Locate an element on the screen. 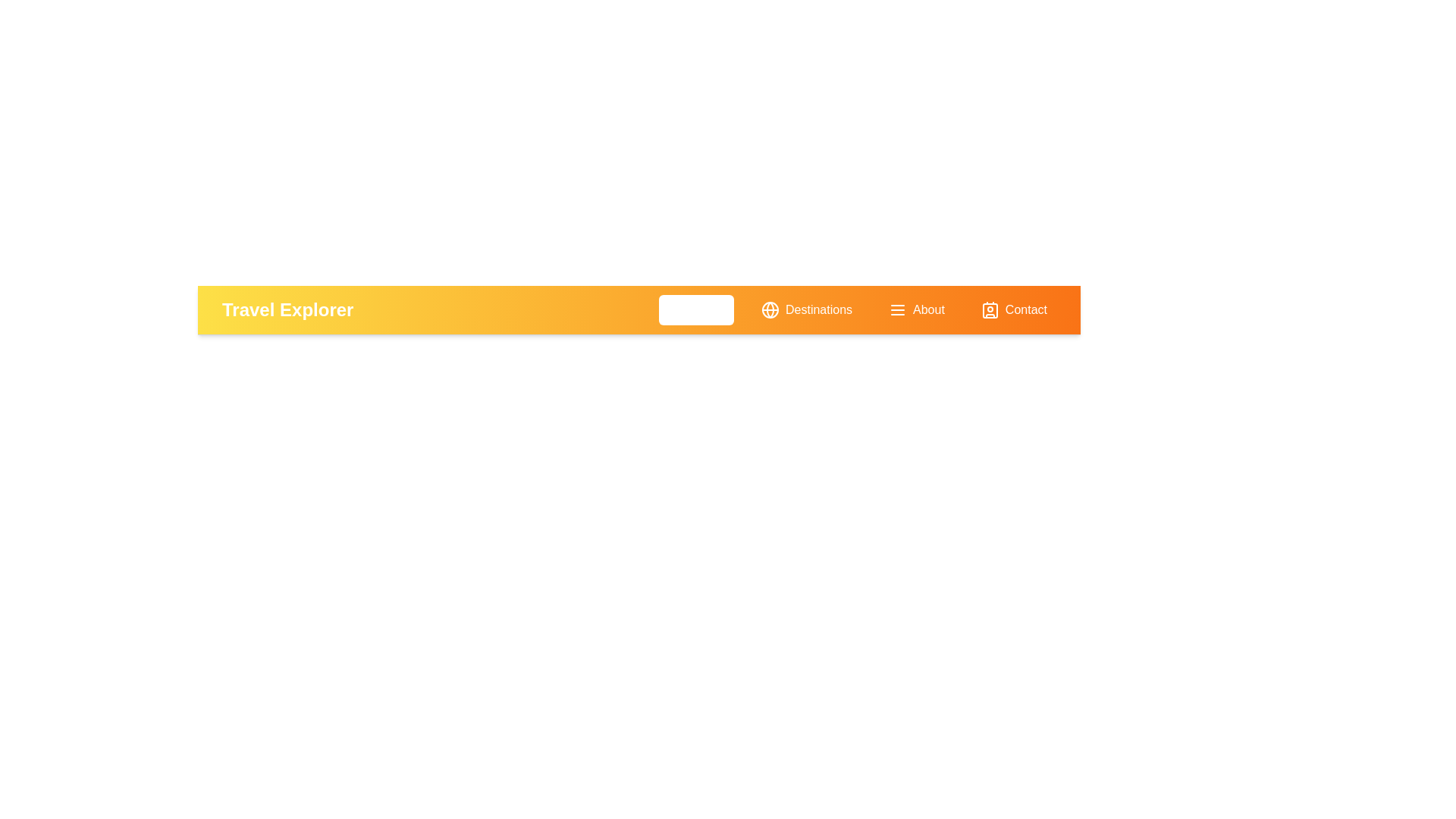  the first navigation button in the top navigation bar to redirect to the home page is located at coordinates (695, 309).